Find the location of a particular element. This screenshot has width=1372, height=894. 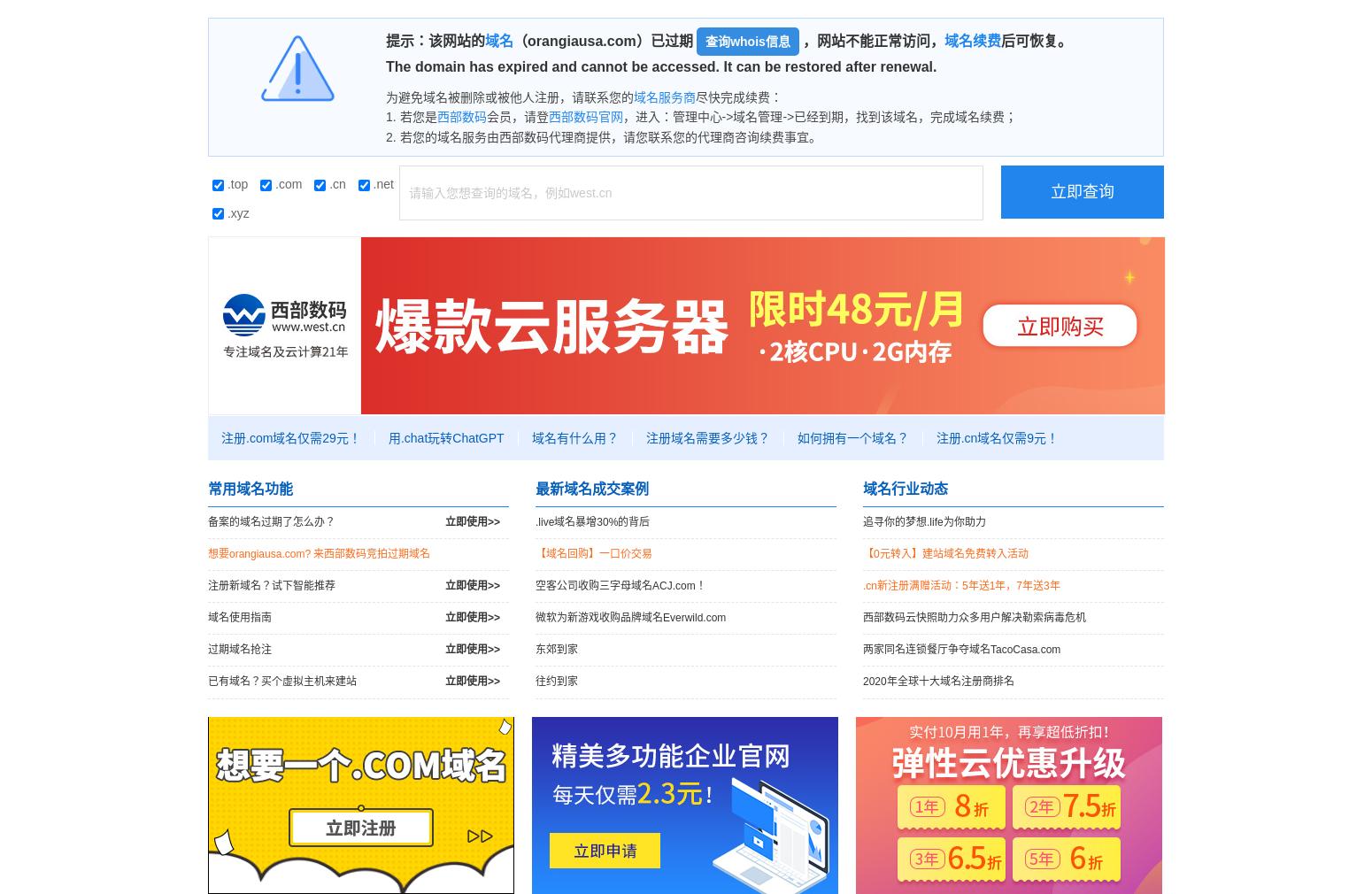

'.net' is located at coordinates (368, 182).